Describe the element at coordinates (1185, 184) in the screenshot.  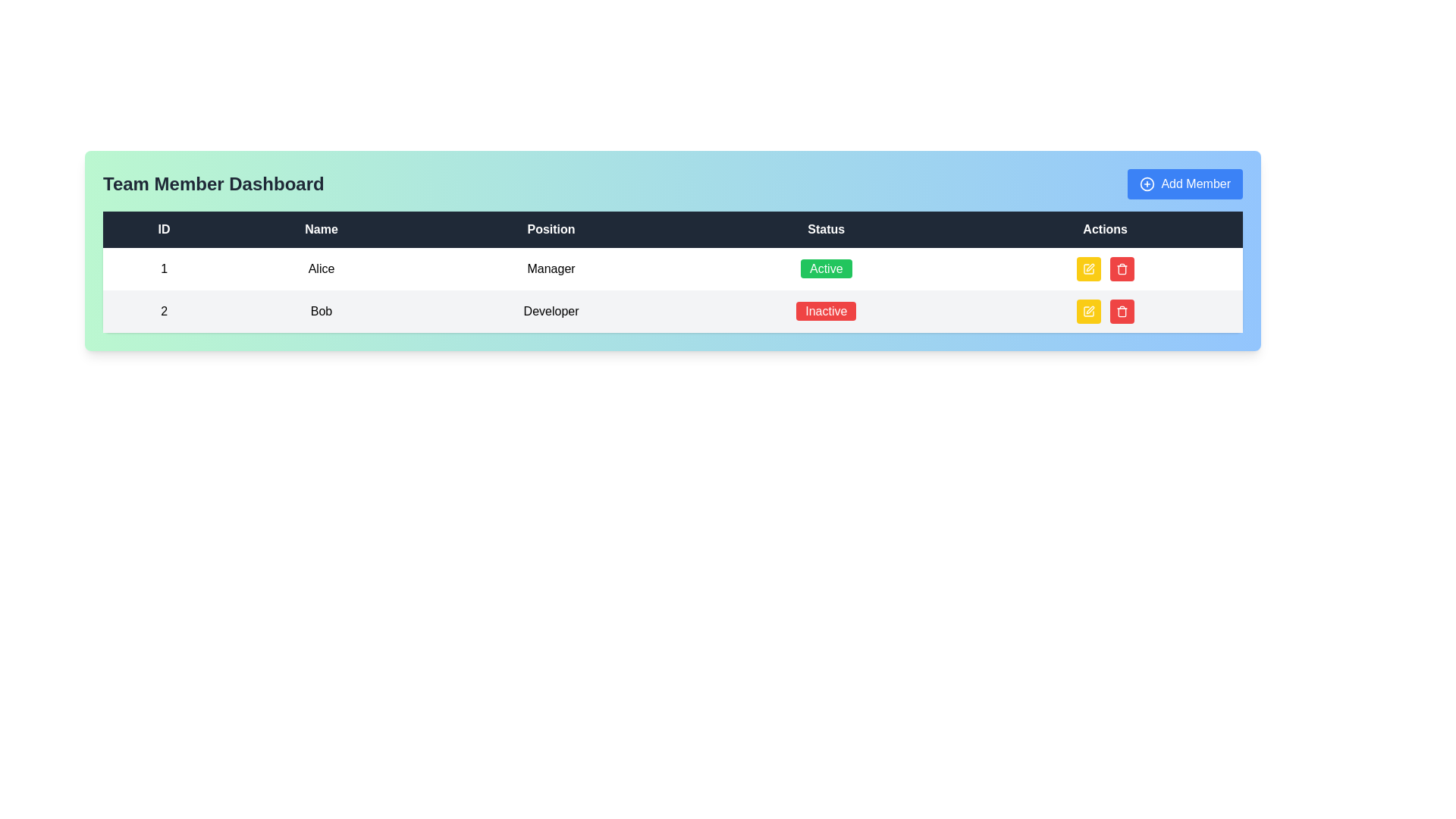
I see `the button located at the top-right corner of the 'Team Member Dashboard'` at that location.